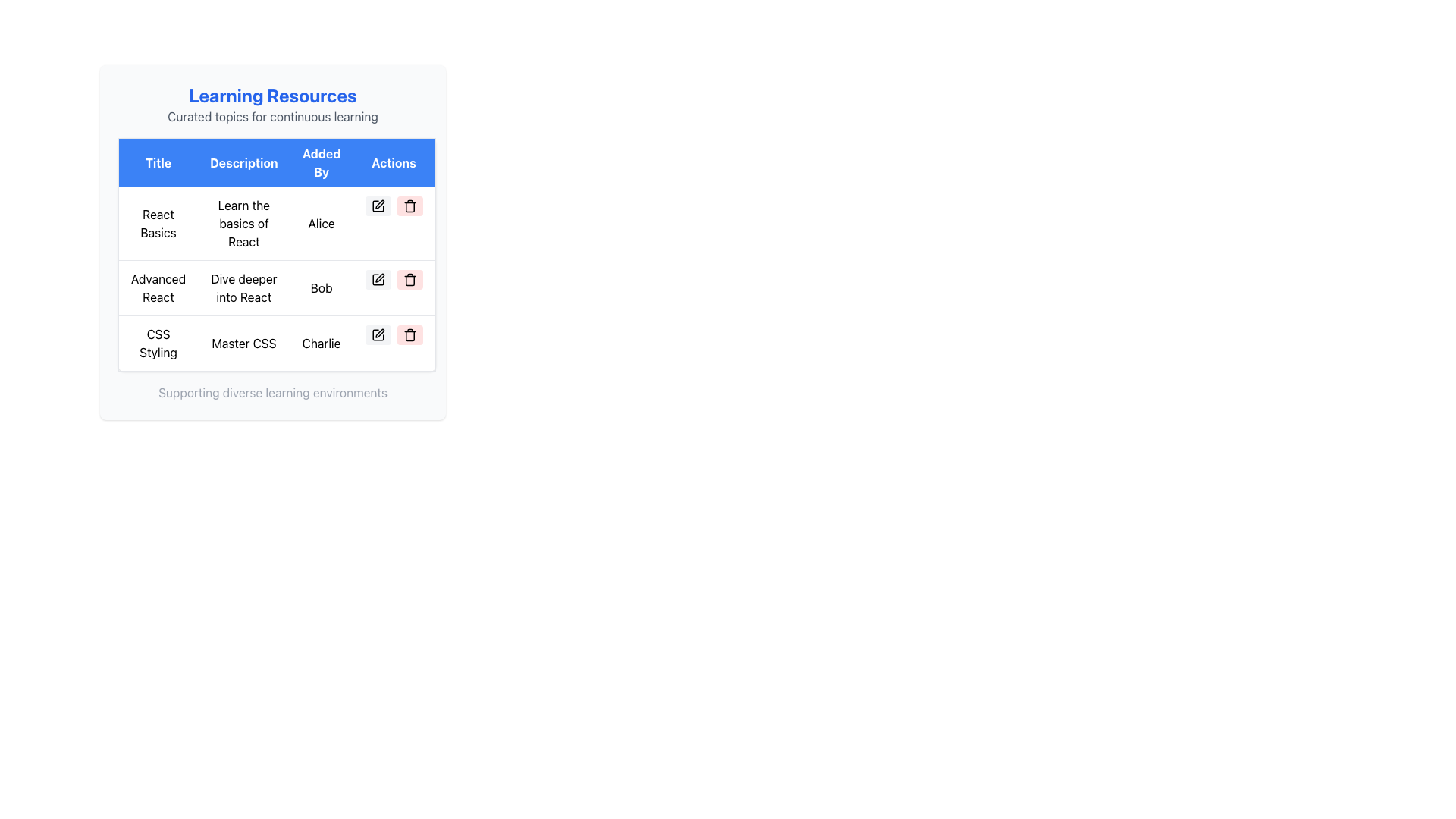  Describe the element at coordinates (378, 206) in the screenshot. I see `the 'edit' button located in the first row of the 'Actions' column in the 'Learning Resources' card` at that location.